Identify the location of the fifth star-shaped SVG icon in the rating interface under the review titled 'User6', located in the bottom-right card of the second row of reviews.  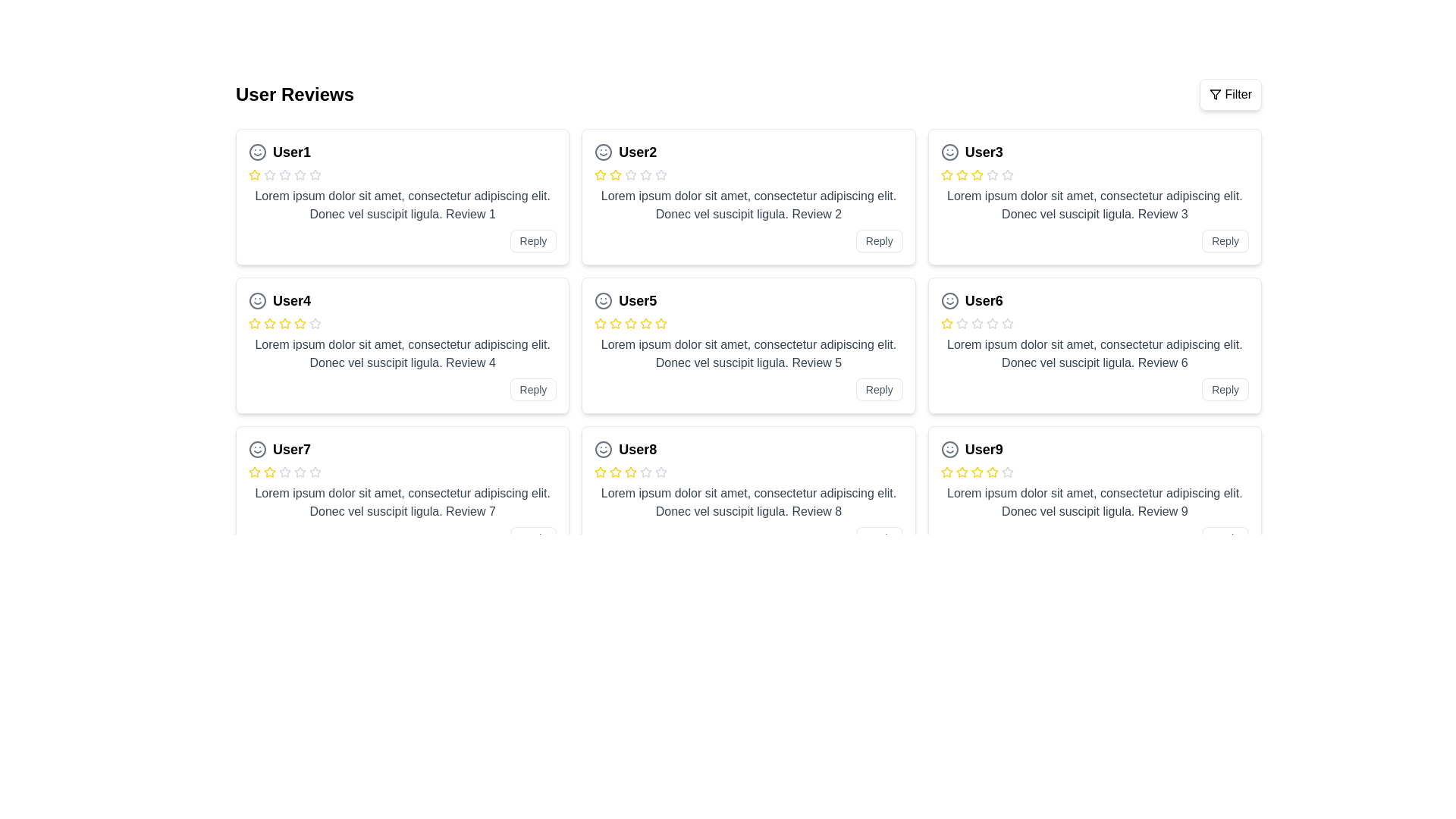
(992, 323).